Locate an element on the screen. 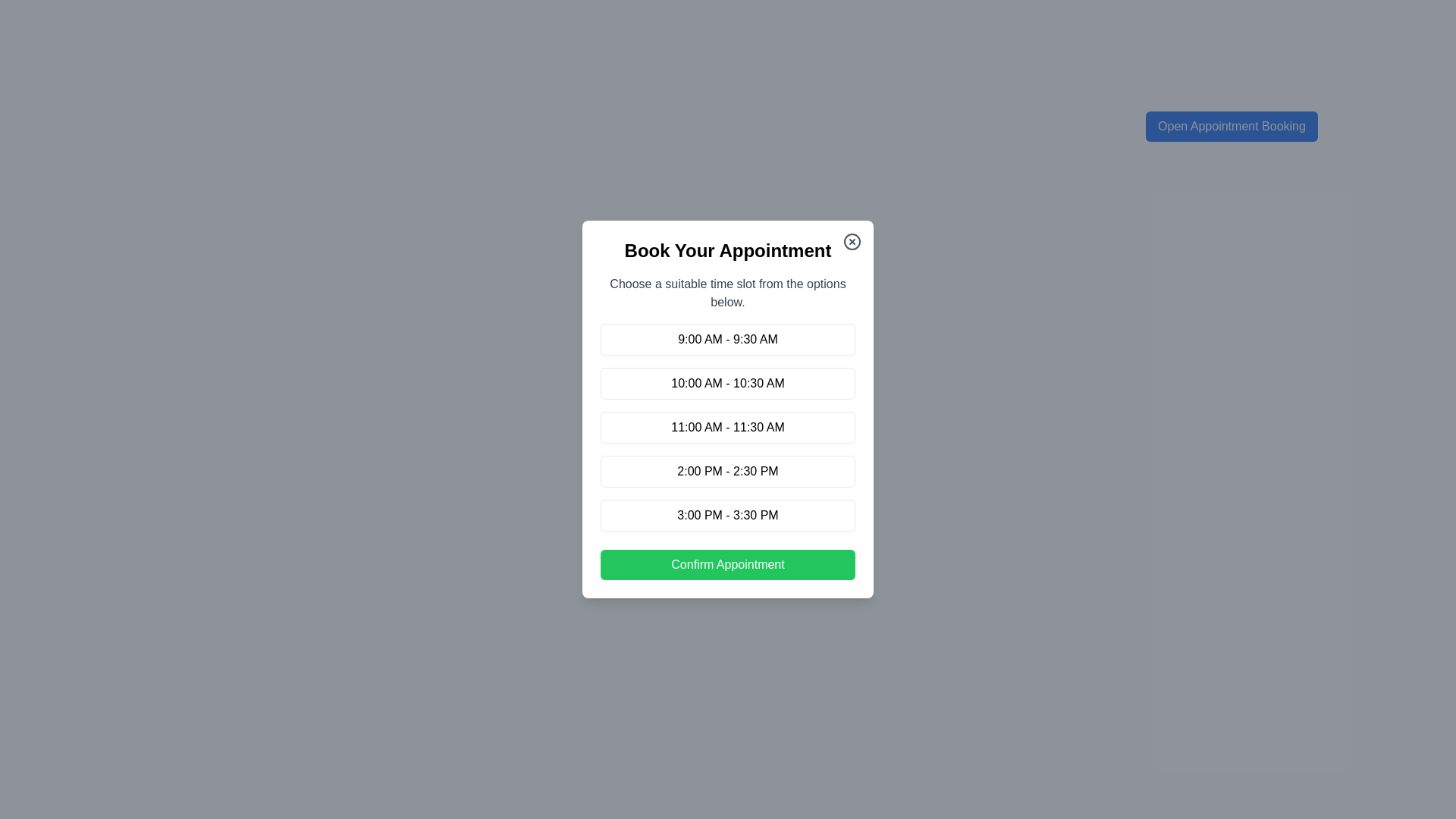 The image size is (1456, 819). the text label that serves as a title for booking an appointment, positioned at the top of the card-like section is located at coordinates (728, 250).